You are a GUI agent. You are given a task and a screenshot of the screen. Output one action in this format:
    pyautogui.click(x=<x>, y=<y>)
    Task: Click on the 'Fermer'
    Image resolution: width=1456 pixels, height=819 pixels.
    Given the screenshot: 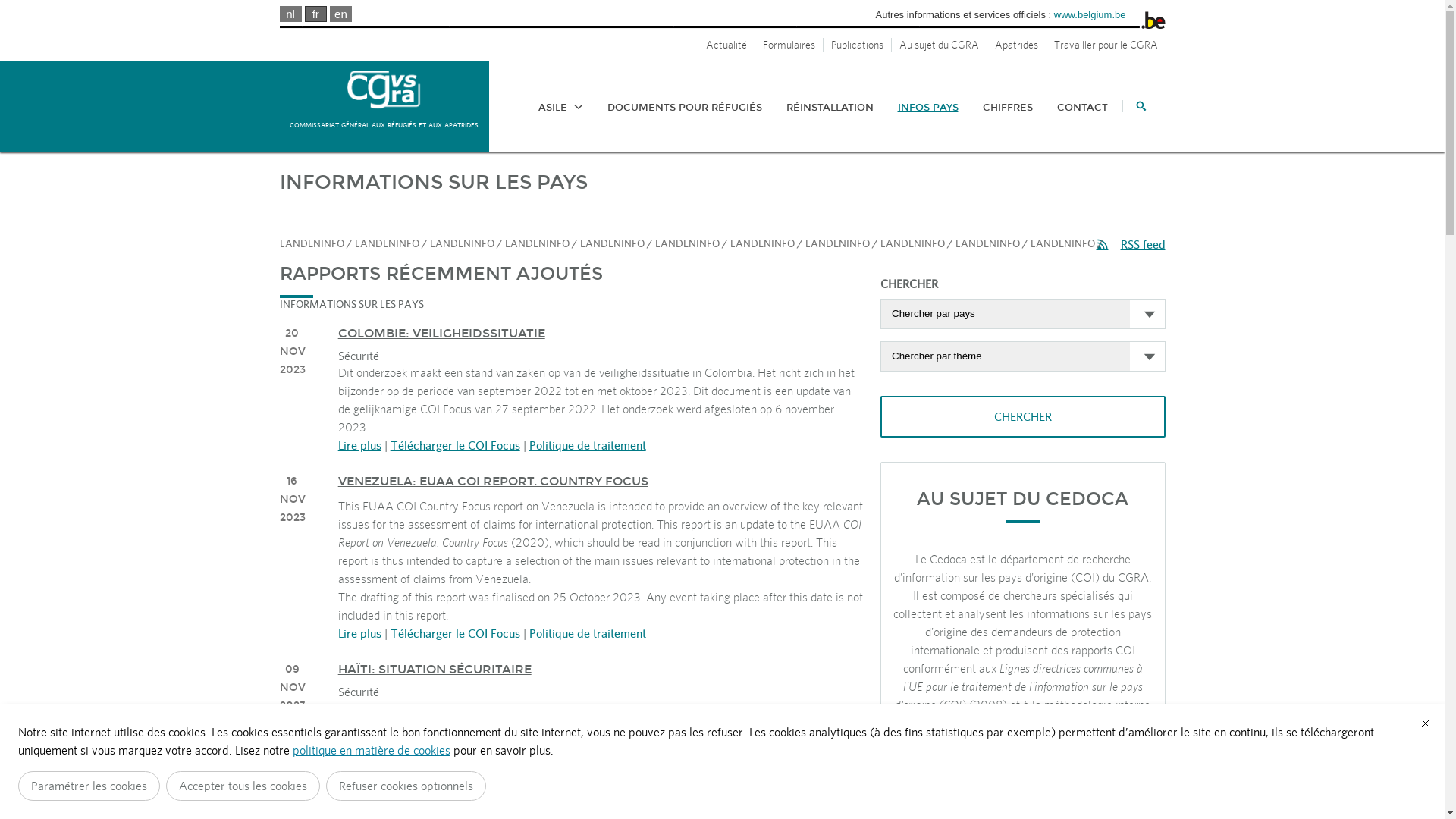 What is the action you would take?
    pyautogui.click(x=1425, y=722)
    